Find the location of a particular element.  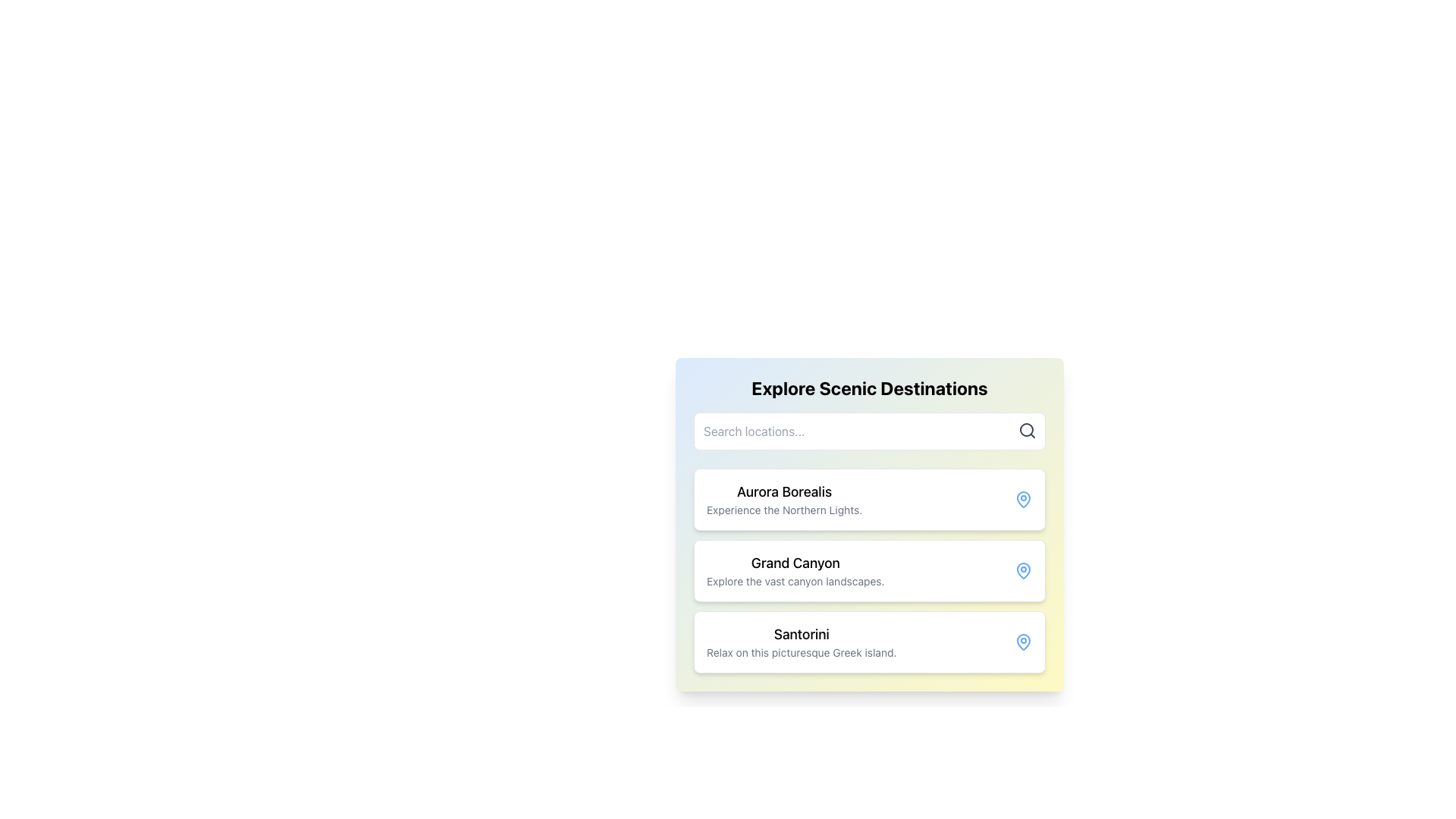

the descriptive text element located beneath the title 'Aurora Borealis' in the topmost card of scenic destinations is located at coordinates (784, 510).